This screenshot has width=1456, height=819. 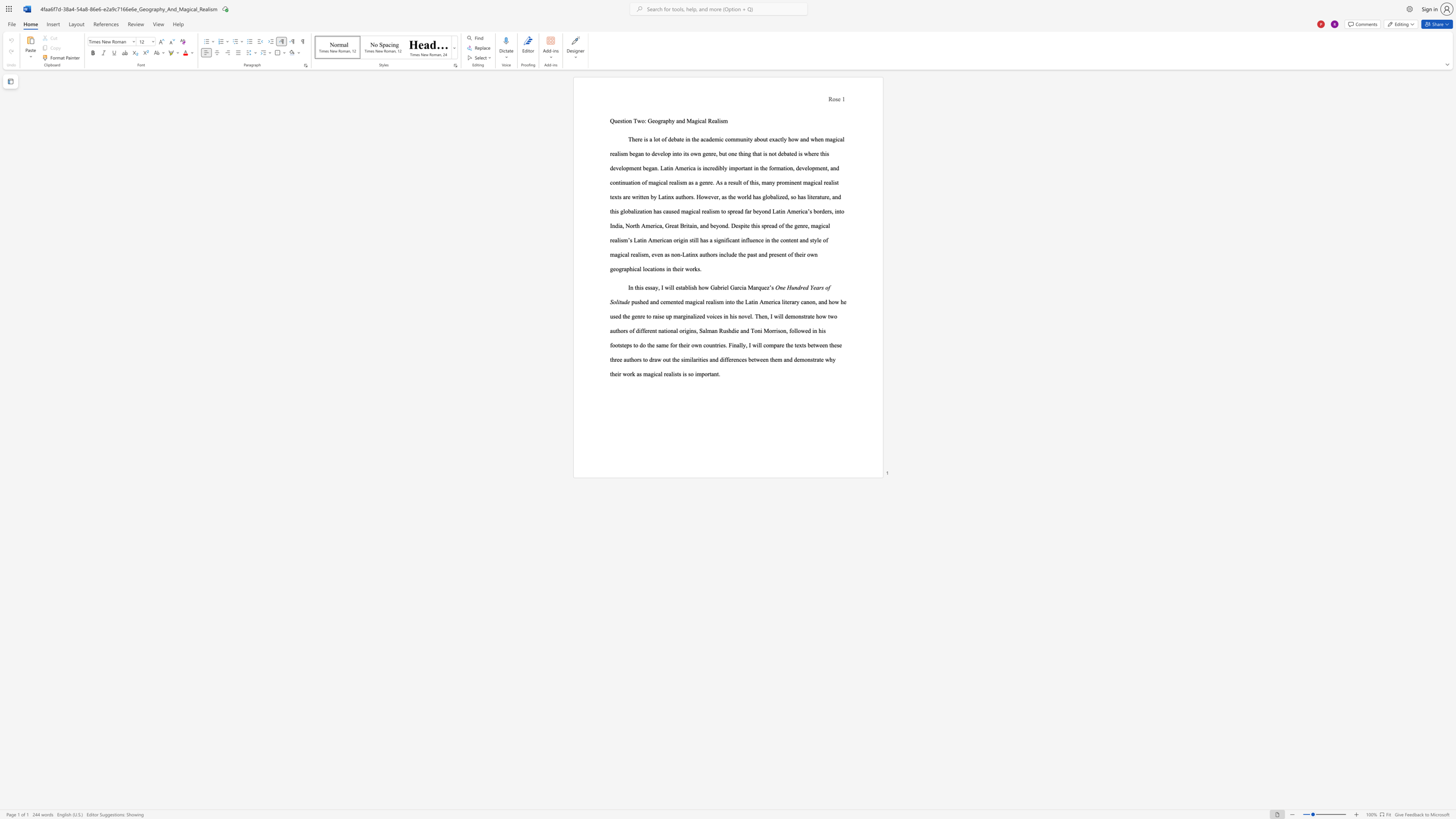 I want to click on the subset text "their work as magi" within the text "why their work as magical r", so click(x=610, y=374).